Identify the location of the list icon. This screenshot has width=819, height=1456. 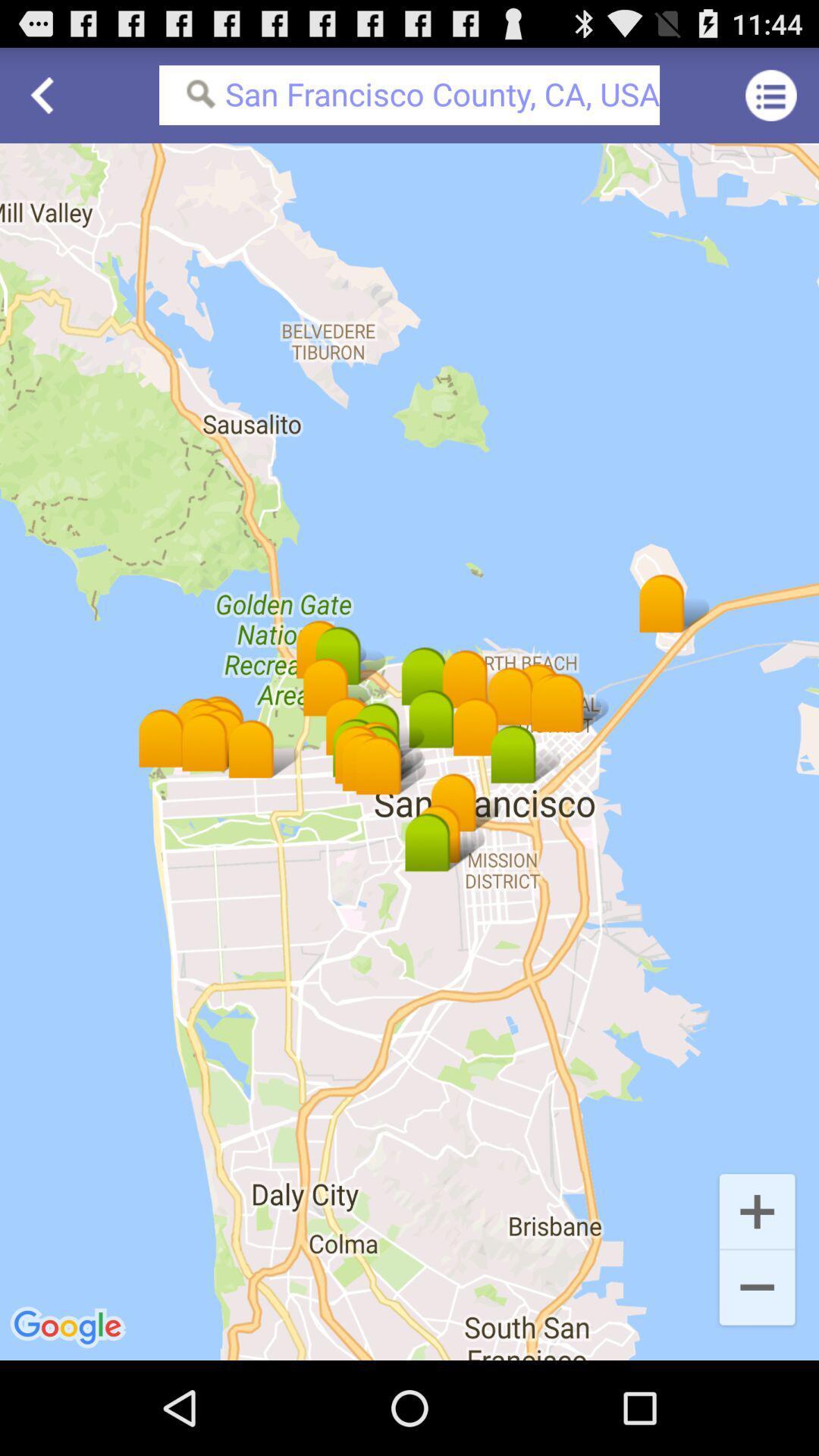
(771, 101).